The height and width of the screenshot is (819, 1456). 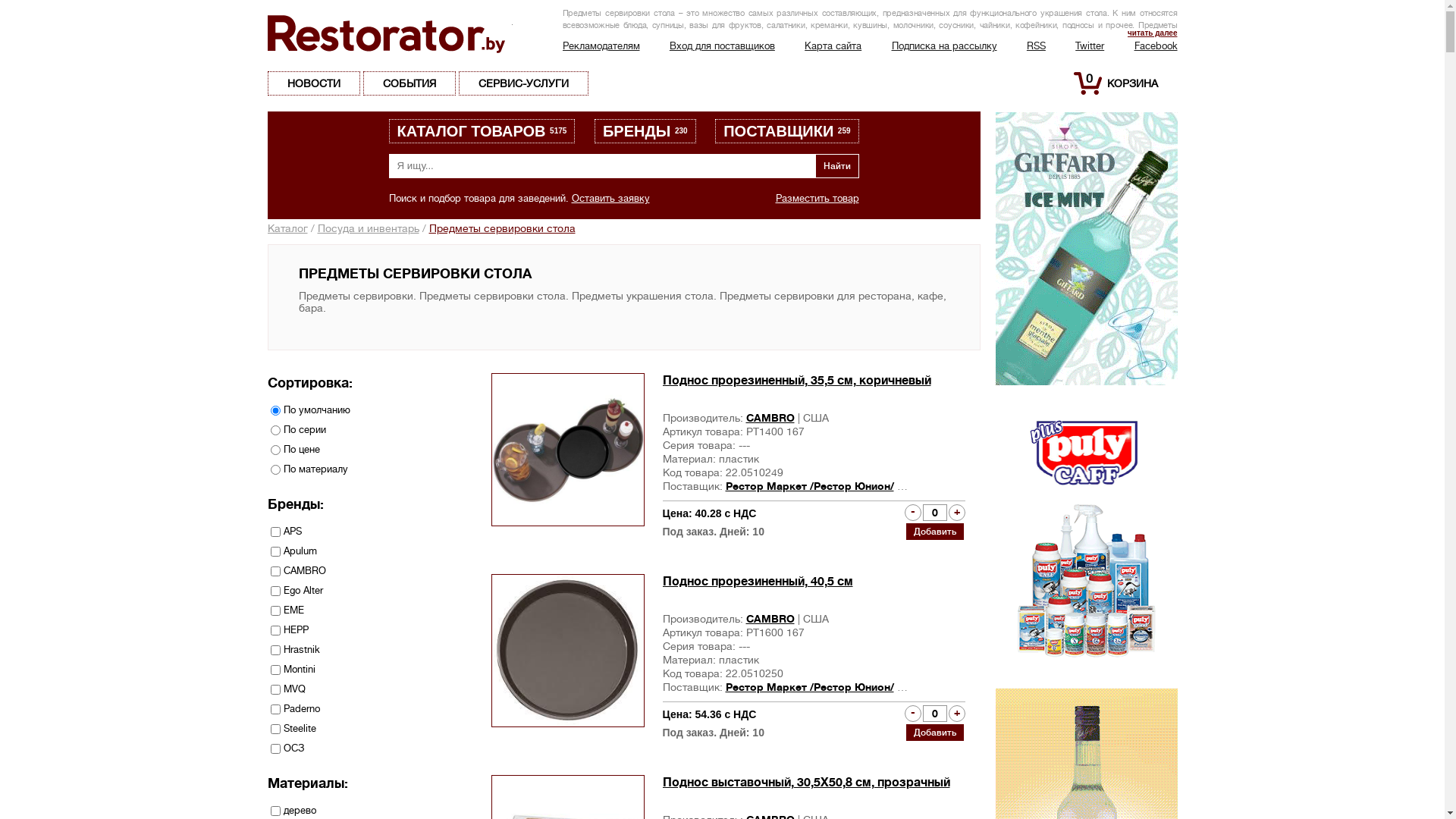 What do you see at coordinates (1088, 45) in the screenshot?
I see `'Twitter'` at bounding box center [1088, 45].